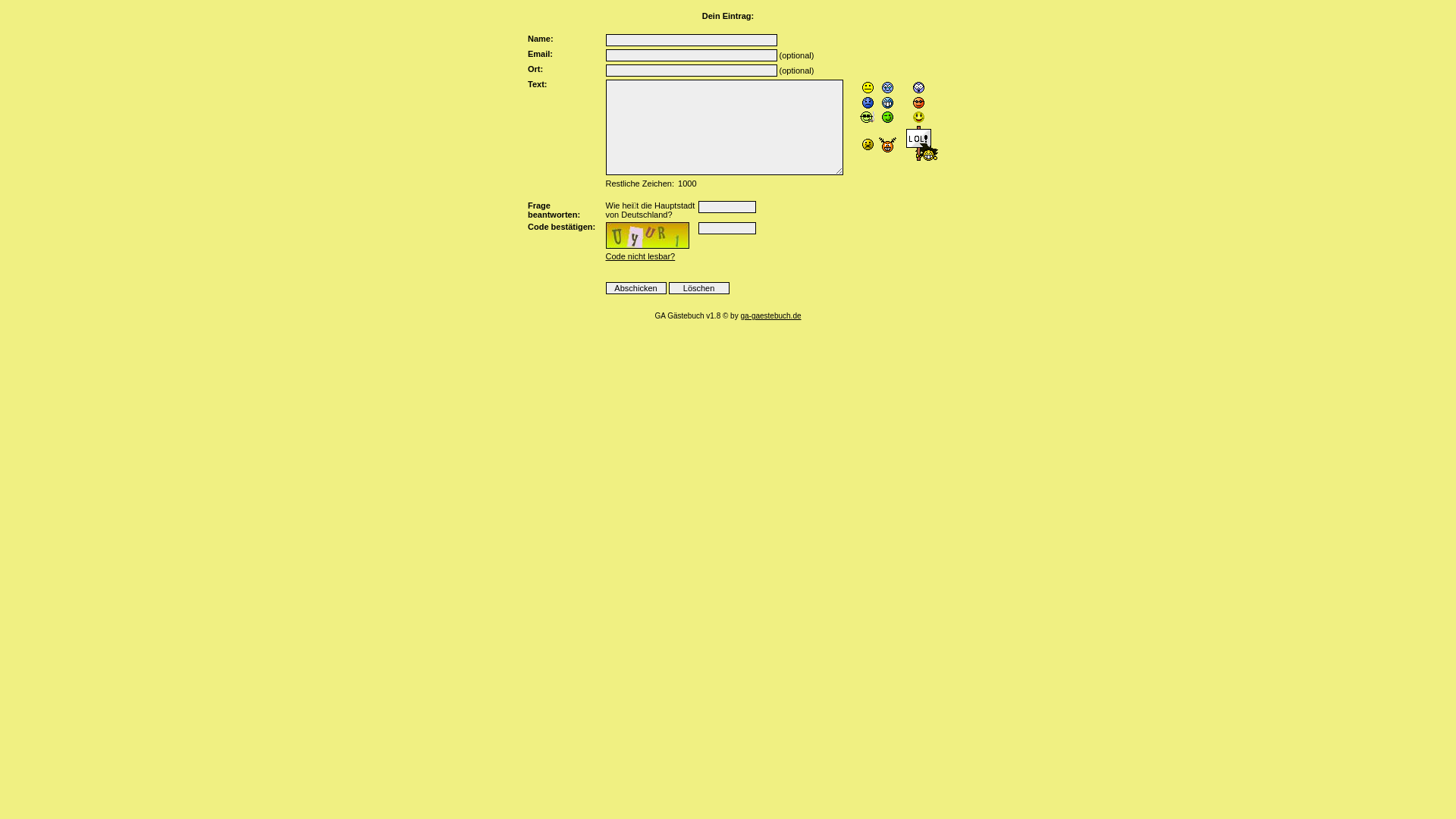 The image size is (1456, 819). What do you see at coordinates (887, 87) in the screenshot?
I see `':-('` at bounding box center [887, 87].